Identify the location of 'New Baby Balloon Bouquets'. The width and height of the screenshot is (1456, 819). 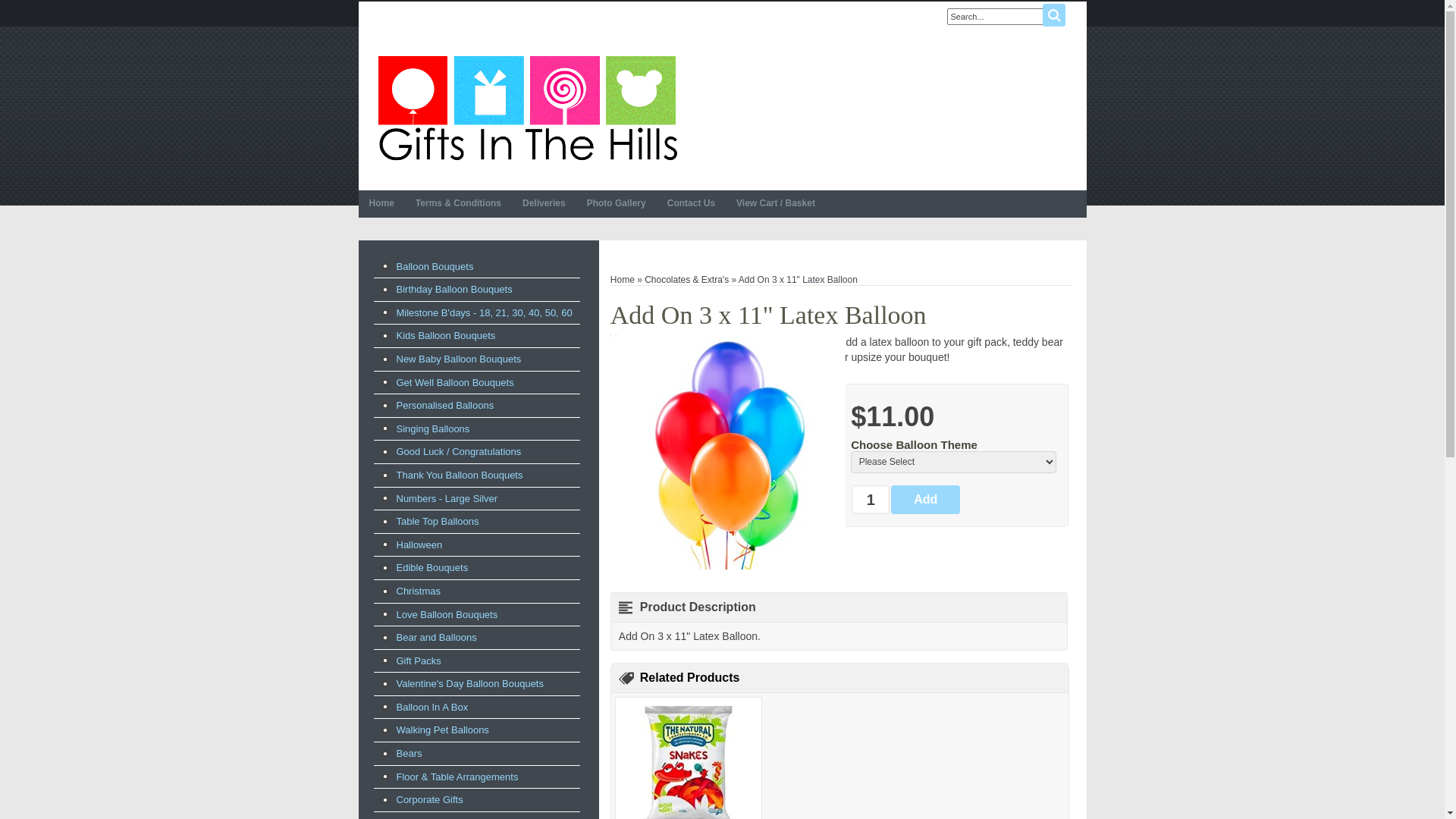
(475, 359).